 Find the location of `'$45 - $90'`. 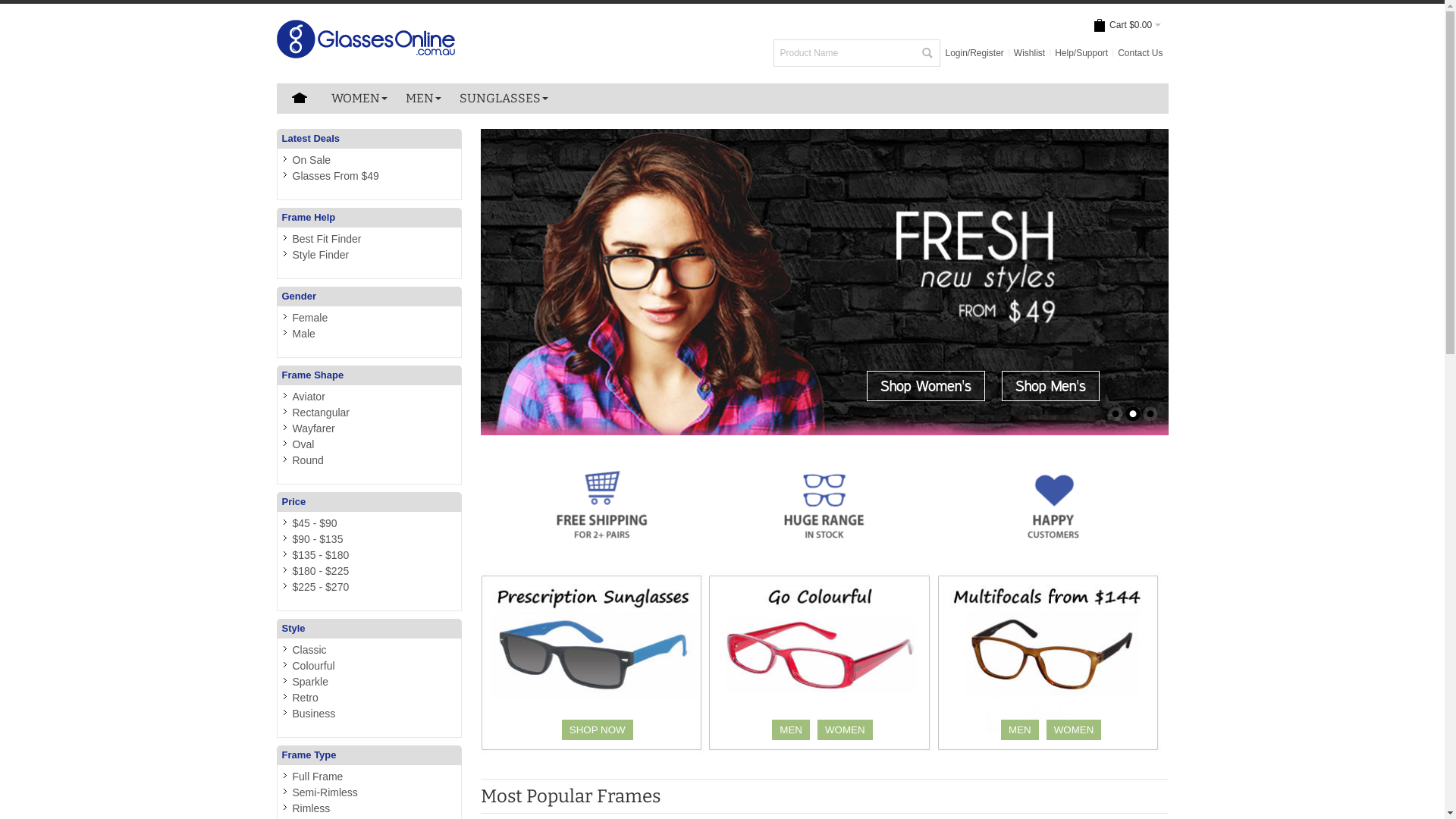

'$45 - $90' is located at coordinates (314, 522).